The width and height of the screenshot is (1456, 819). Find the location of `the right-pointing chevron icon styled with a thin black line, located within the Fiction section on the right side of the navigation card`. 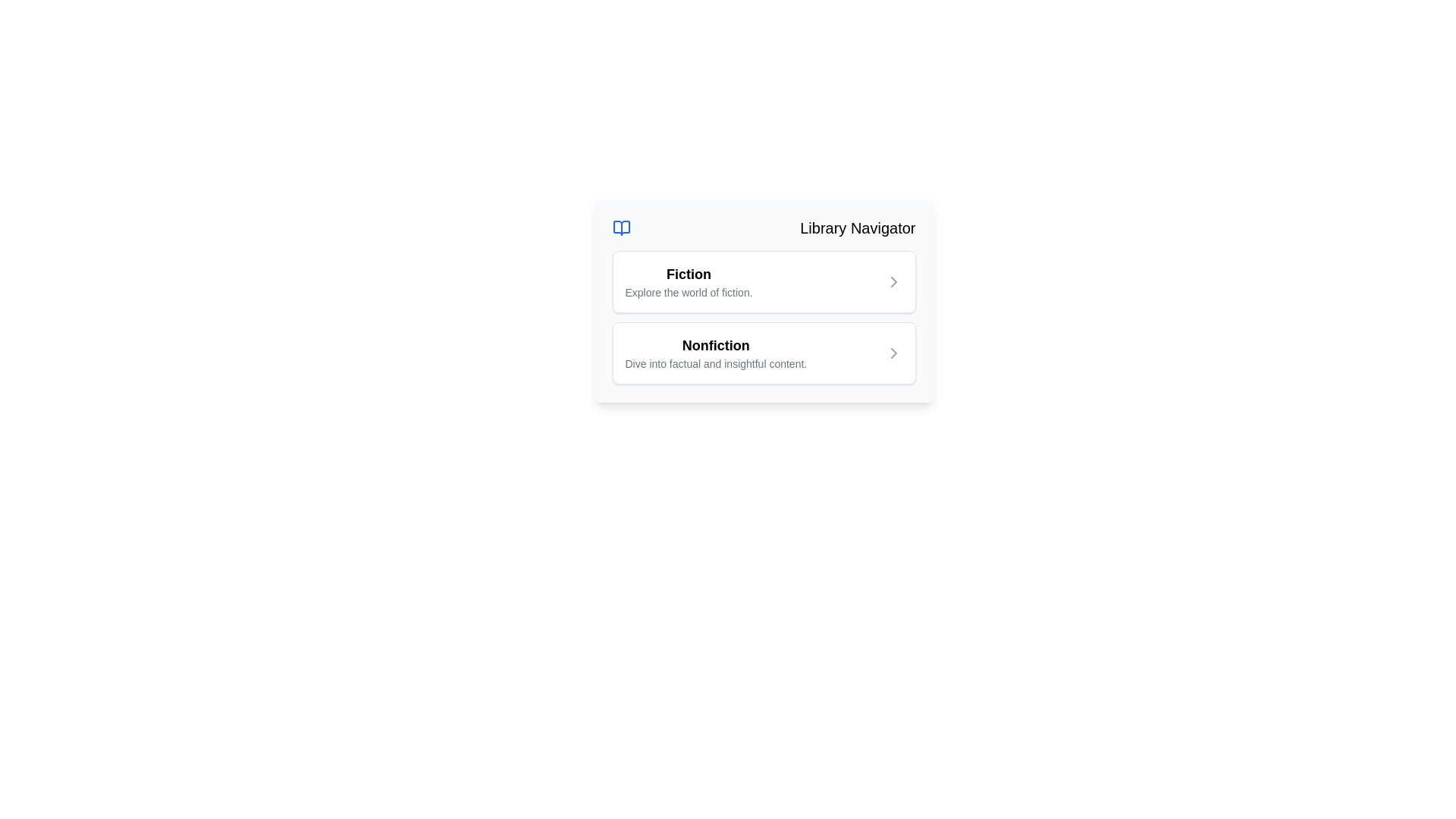

the right-pointing chevron icon styled with a thin black line, located within the Fiction section on the right side of the navigation card is located at coordinates (893, 281).